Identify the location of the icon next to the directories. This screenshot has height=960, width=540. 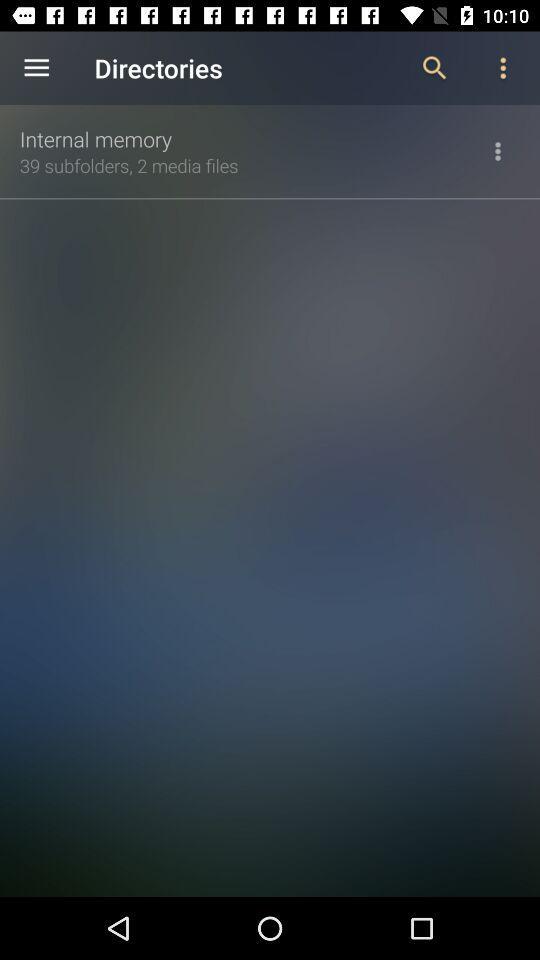
(36, 68).